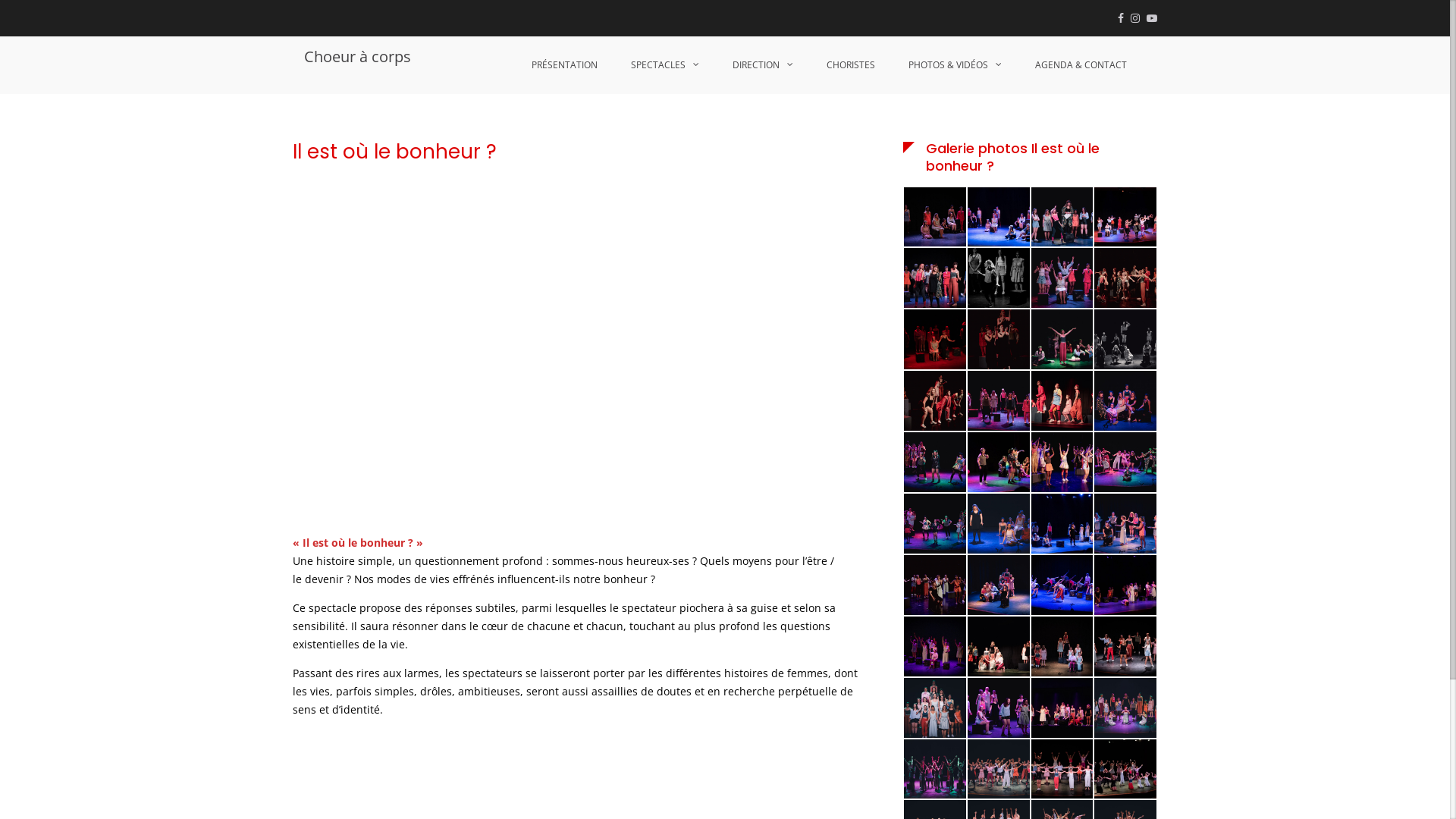  What do you see at coordinates (851, 64) in the screenshot?
I see `'CHORISTES'` at bounding box center [851, 64].